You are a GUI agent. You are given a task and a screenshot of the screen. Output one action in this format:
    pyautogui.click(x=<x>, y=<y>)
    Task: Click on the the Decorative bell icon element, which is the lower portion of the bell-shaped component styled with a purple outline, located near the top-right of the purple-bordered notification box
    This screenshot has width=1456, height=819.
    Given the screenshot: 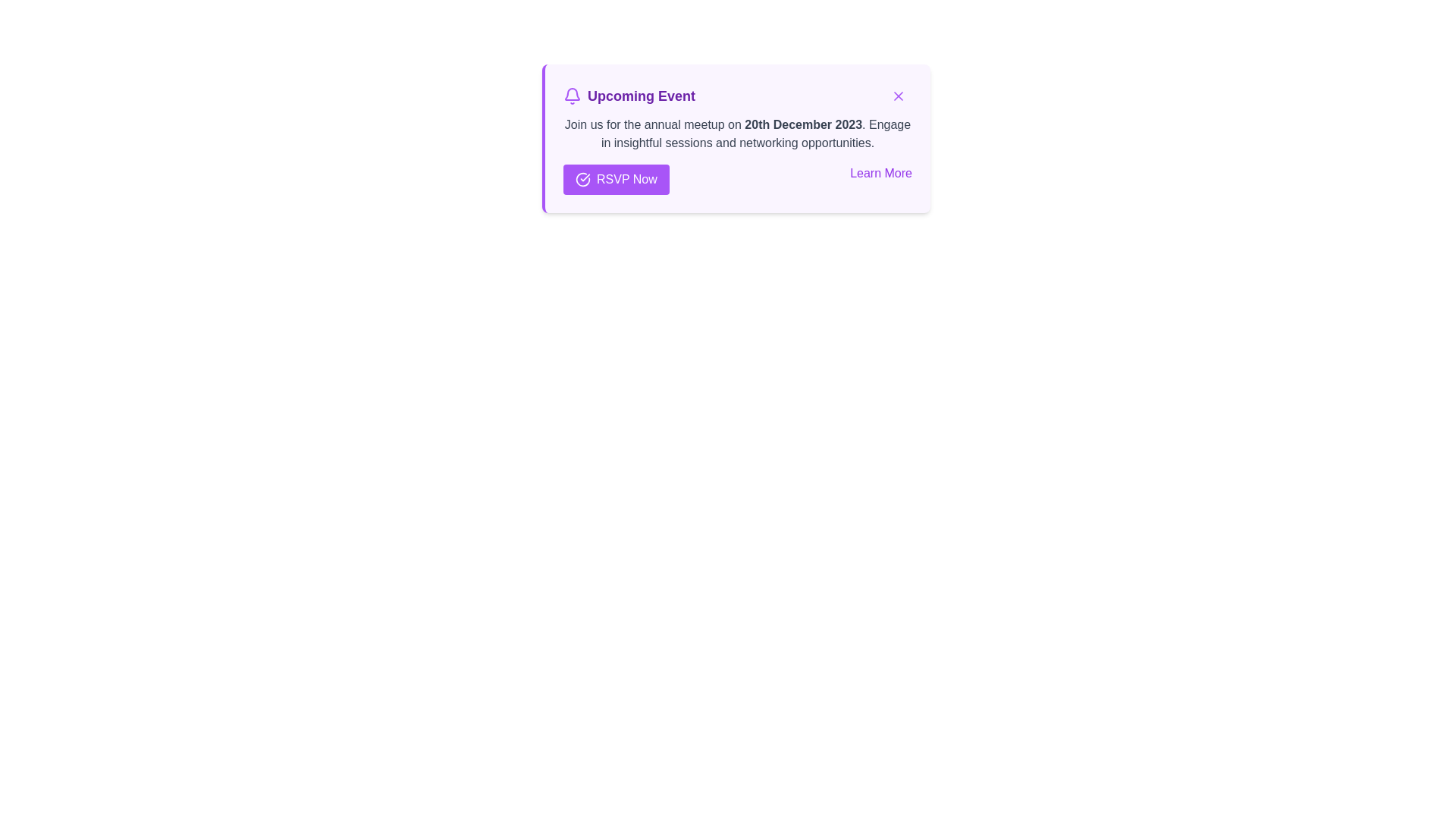 What is the action you would take?
    pyautogui.click(x=571, y=94)
    